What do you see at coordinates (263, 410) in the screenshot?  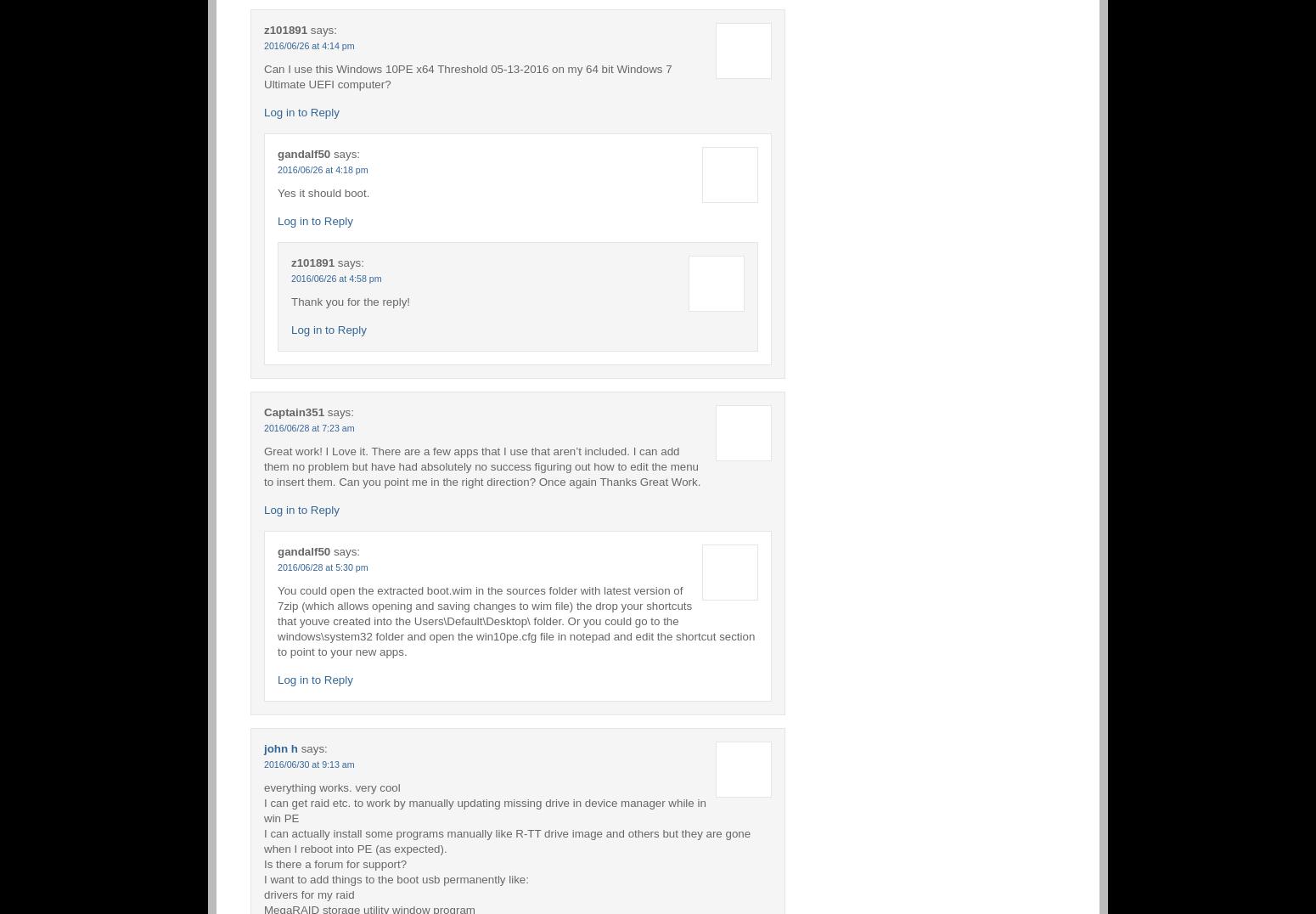 I see `'Captain351'` at bounding box center [263, 410].